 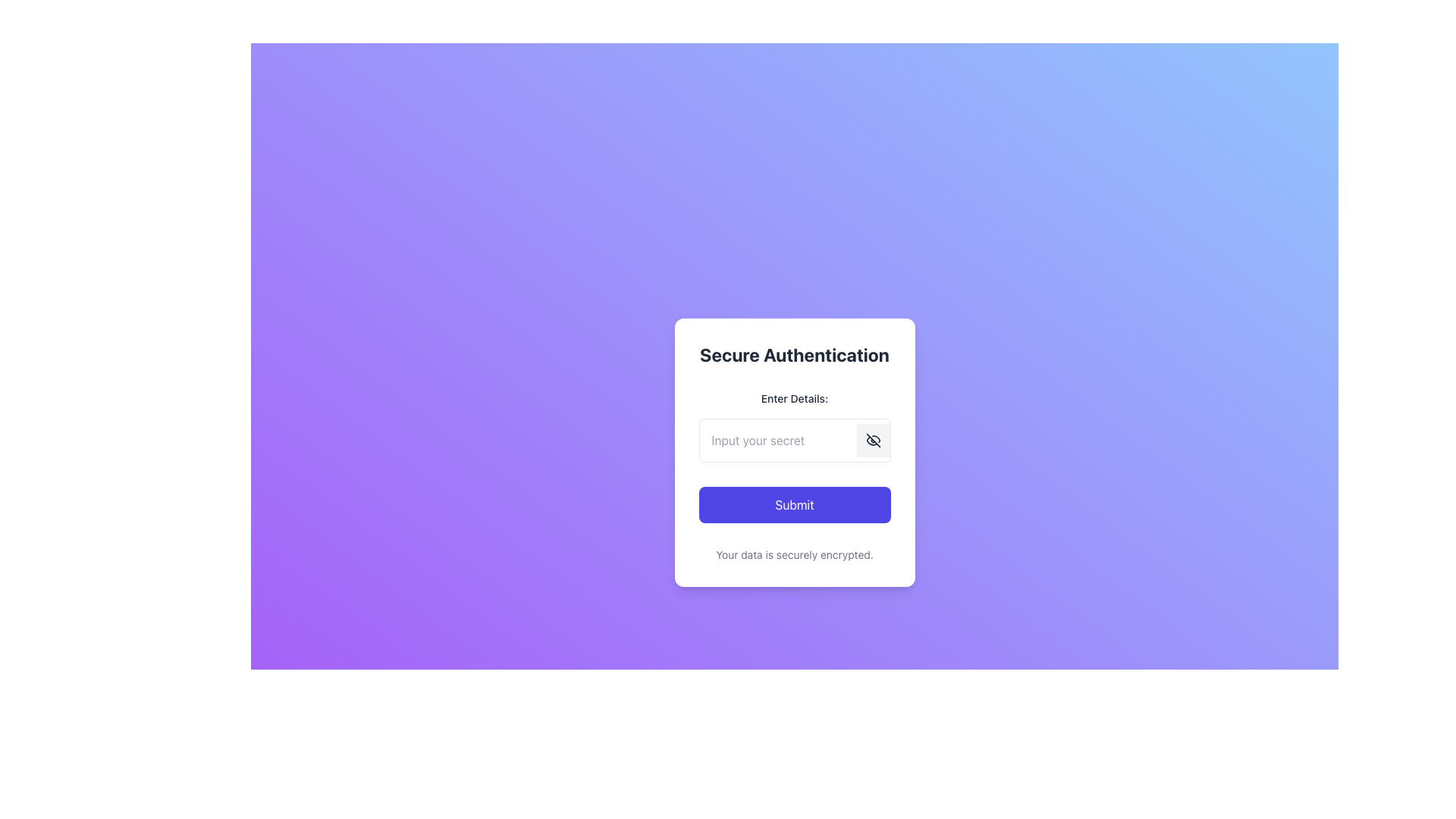 What do you see at coordinates (778, 441) in the screenshot?
I see `the text input field that has a placeholder reading 'Input your secret'` at bounding box center [778, 441].